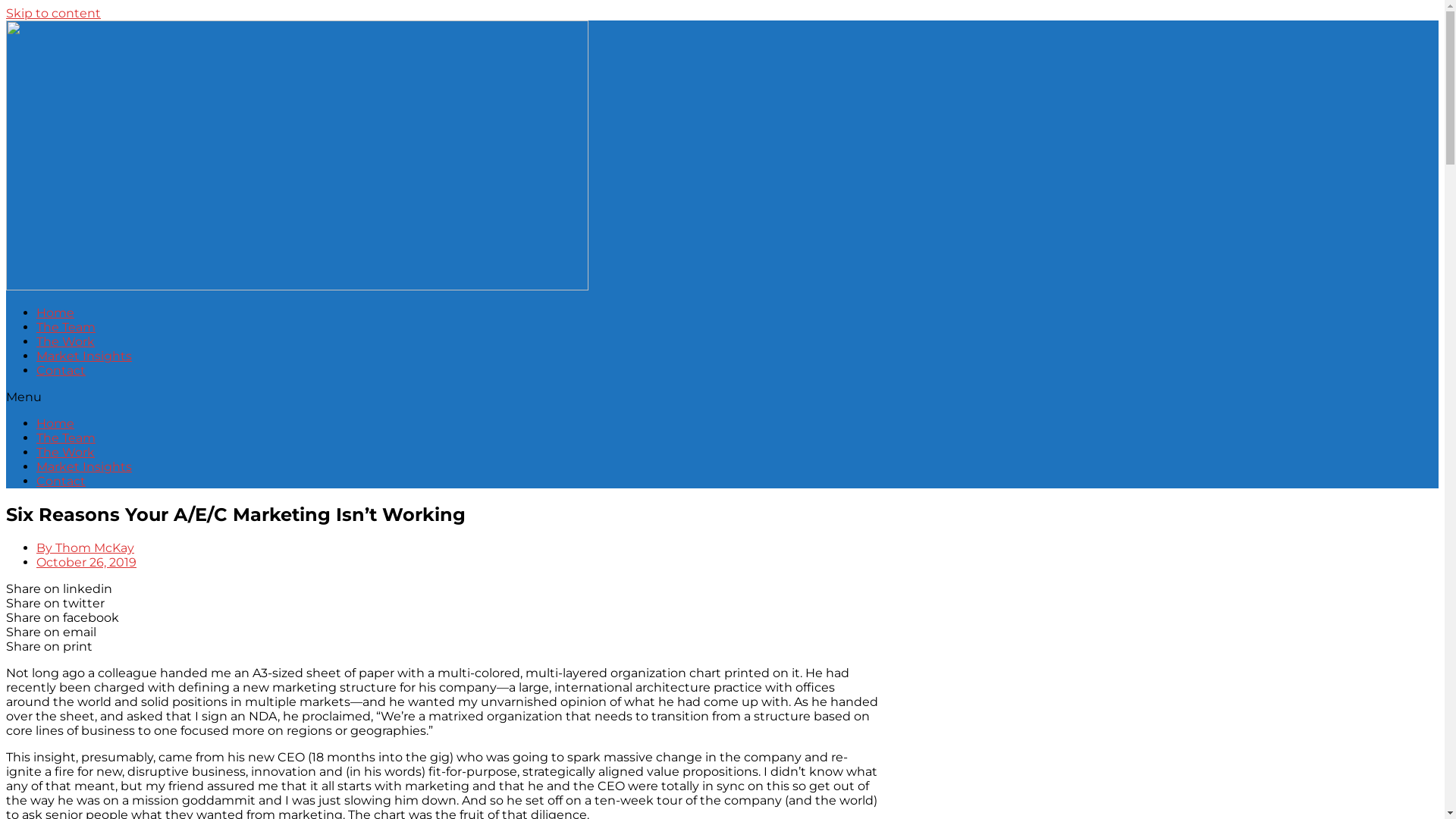 The image size is (1456, 819). Describe the element at coordinates (64, 341) in the screenshot. I see `'The Work'` at that location.